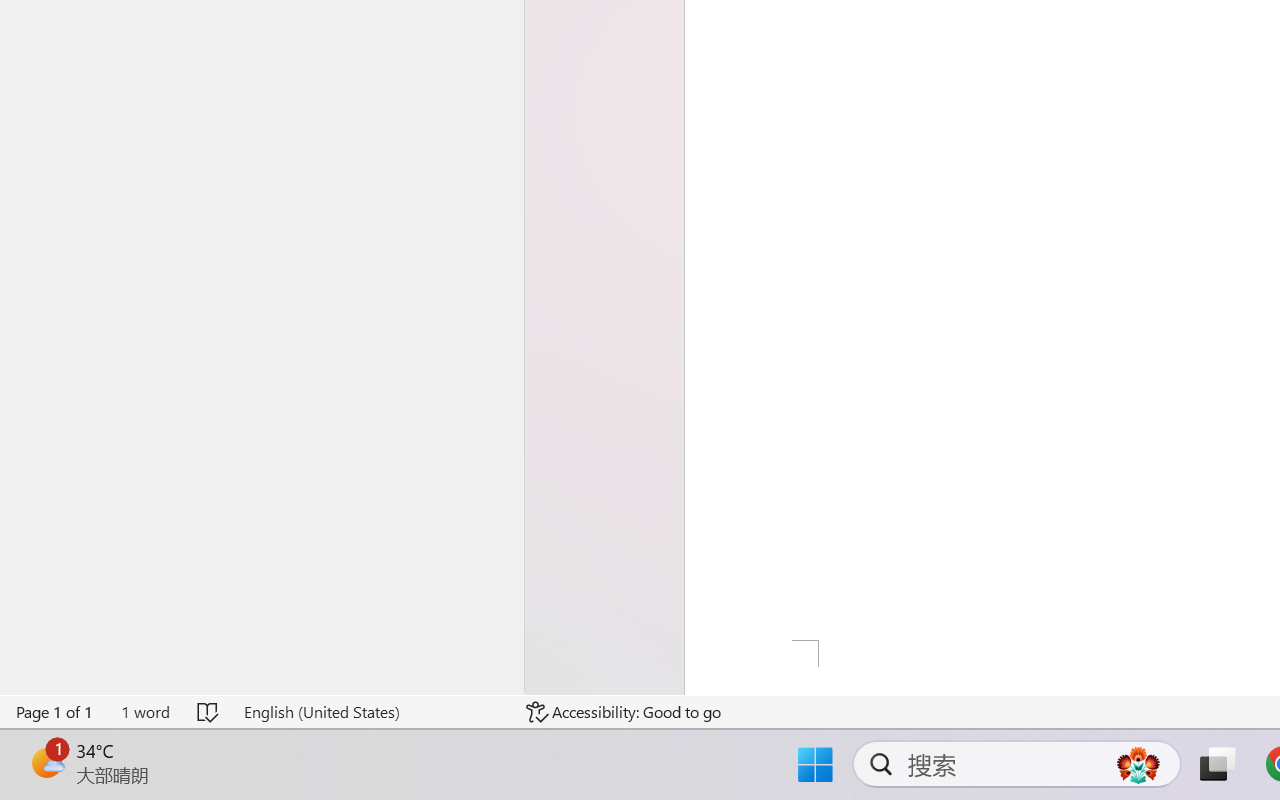  I want to click on 'Page Number Page 1 of 1', so click(55, 711).